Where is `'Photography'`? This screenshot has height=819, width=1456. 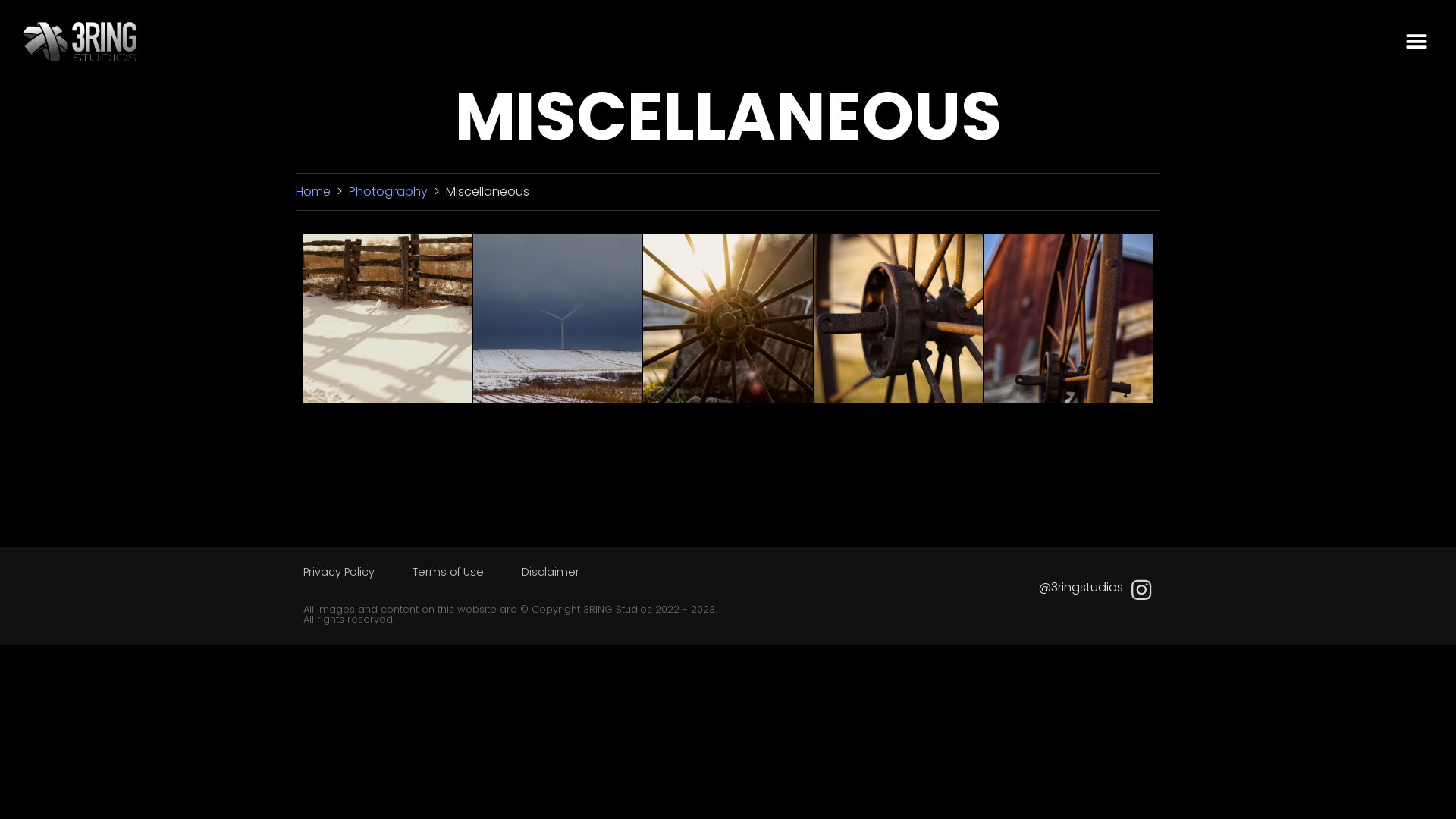
'Photography' is located at coordinates (389, 190).